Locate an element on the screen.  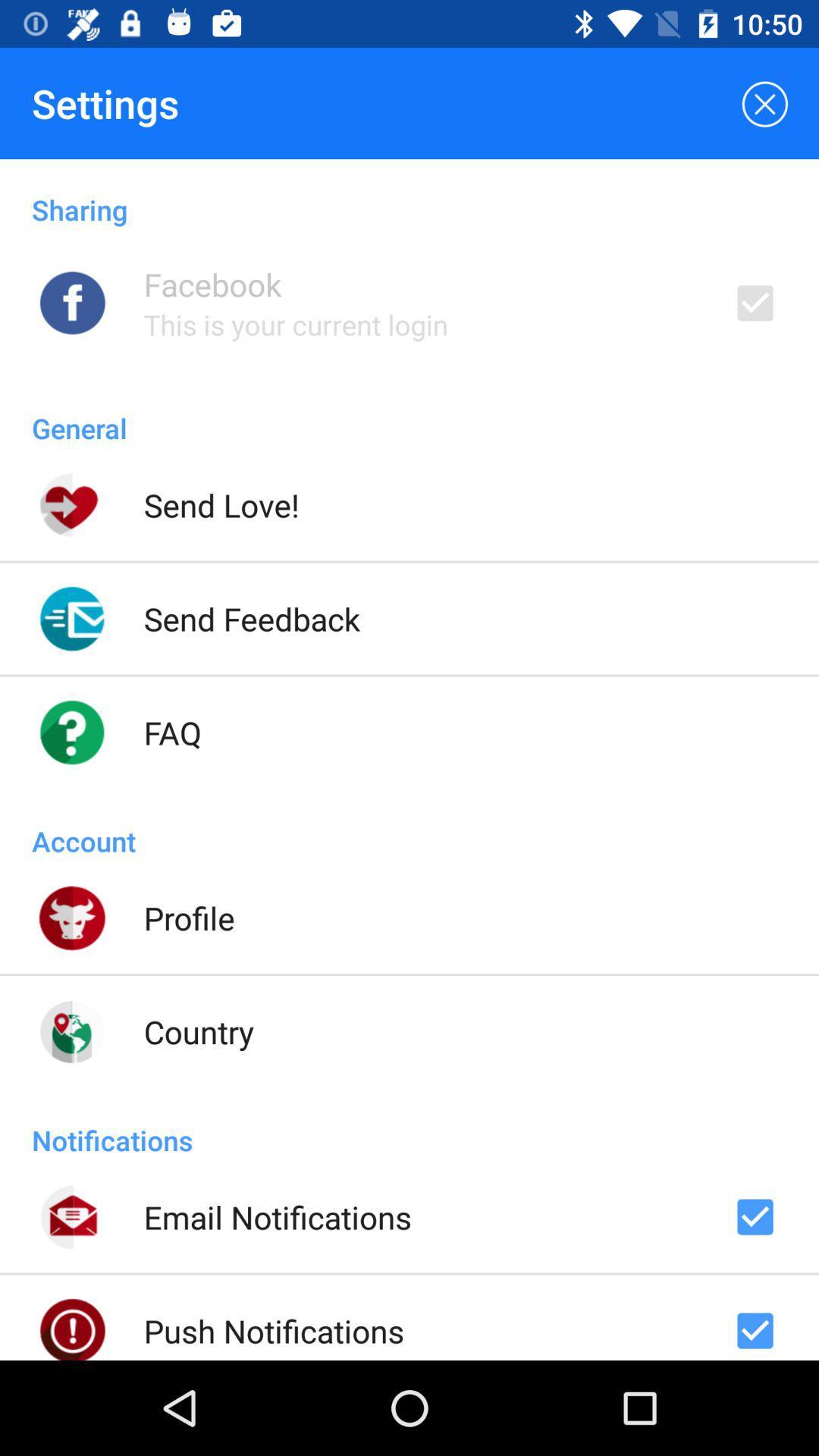
icon above the general icon is located at coordinates (296, 324).